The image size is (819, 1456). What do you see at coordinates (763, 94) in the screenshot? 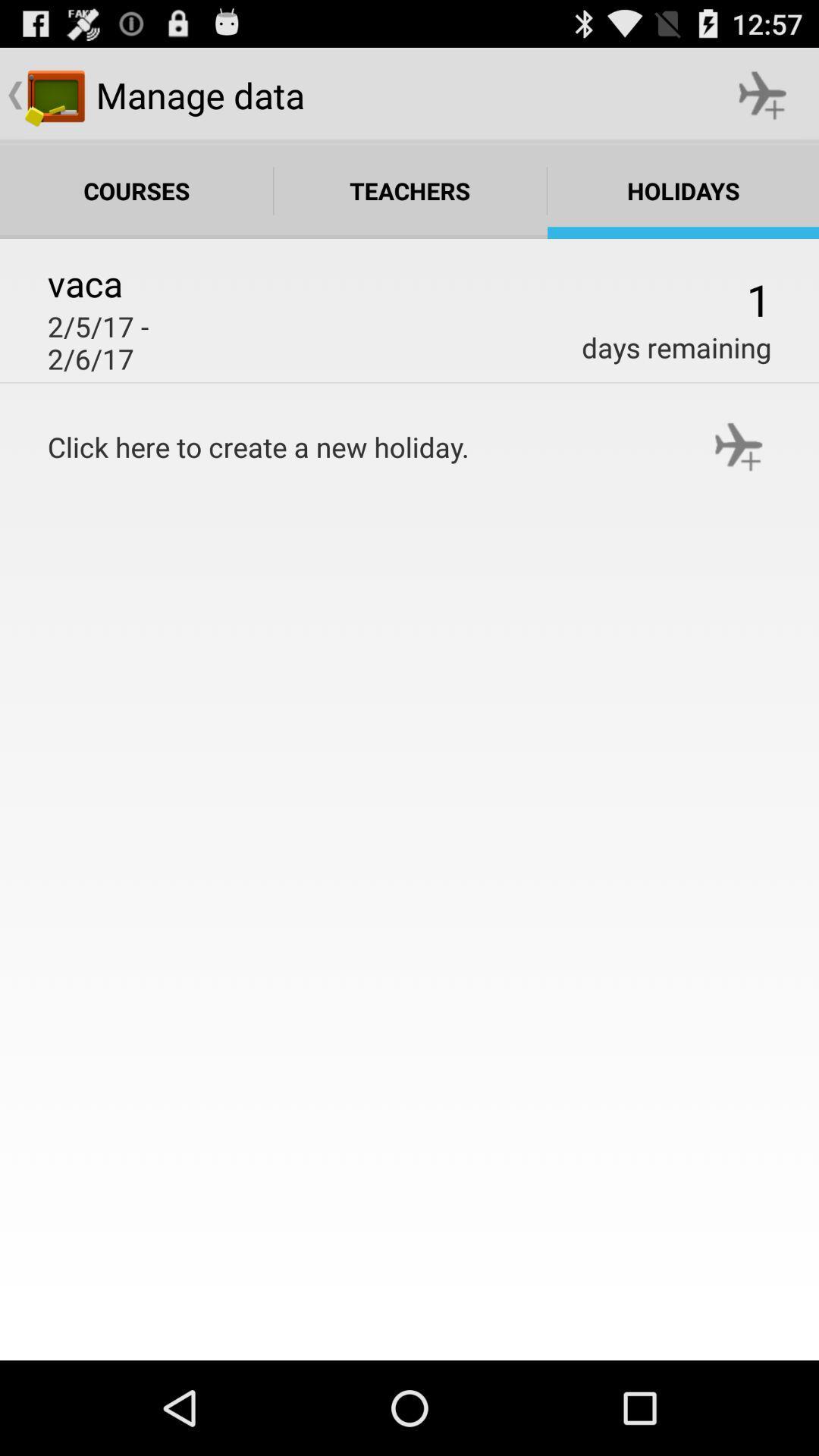
I see `the item to the right of manage data app` at bounding box center [763, 94].